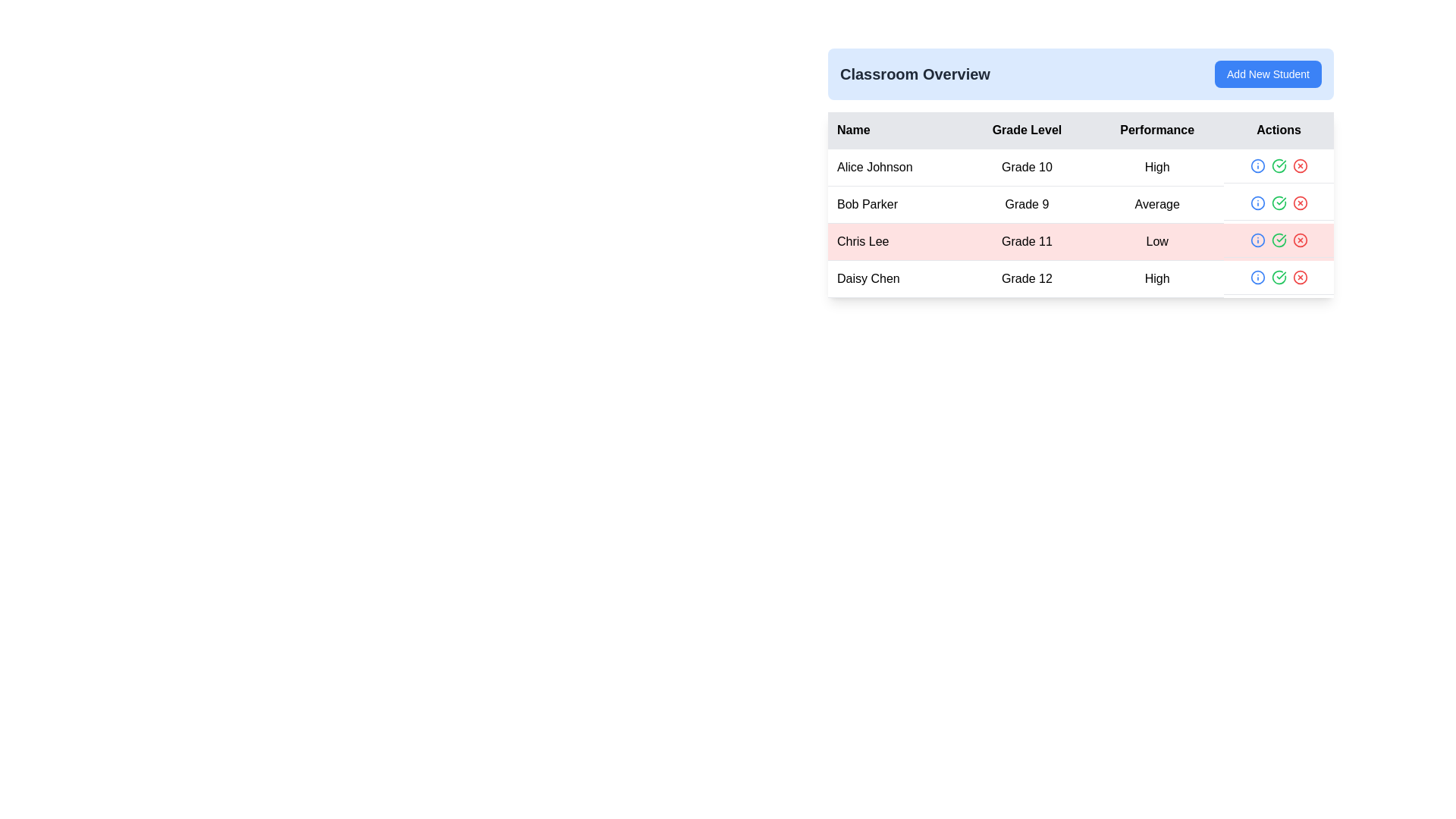 The height and width of the screenshot is (819, 1456). Describe the element at coordinates (1156, 130) in the screenshot. I see `the 'Performance' Table Header, which is the third column in a tabular layout, styled with bold black text on a gray background` at that location.